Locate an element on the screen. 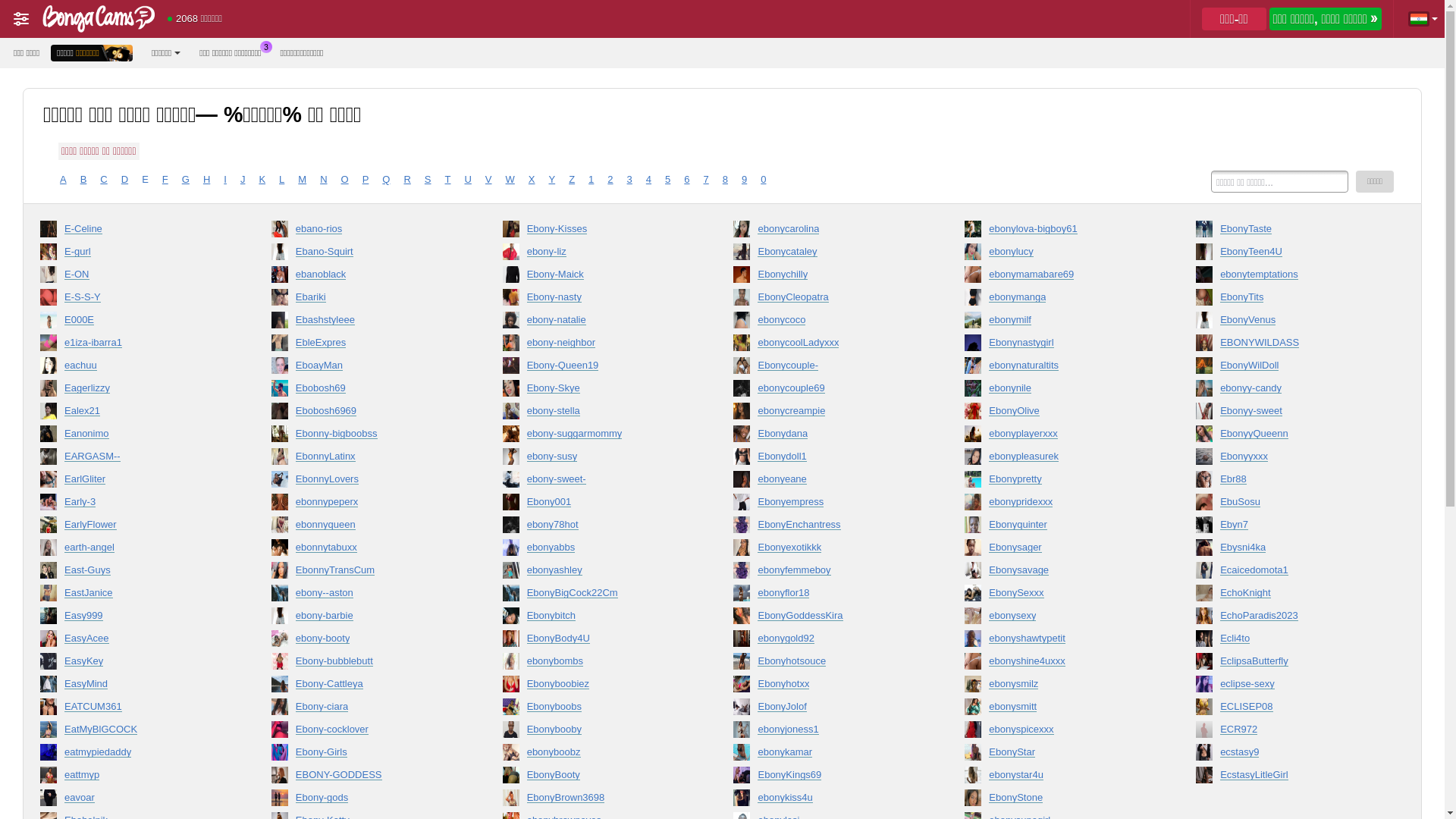  'ebanoblack' is located at coordinates (271, 278).